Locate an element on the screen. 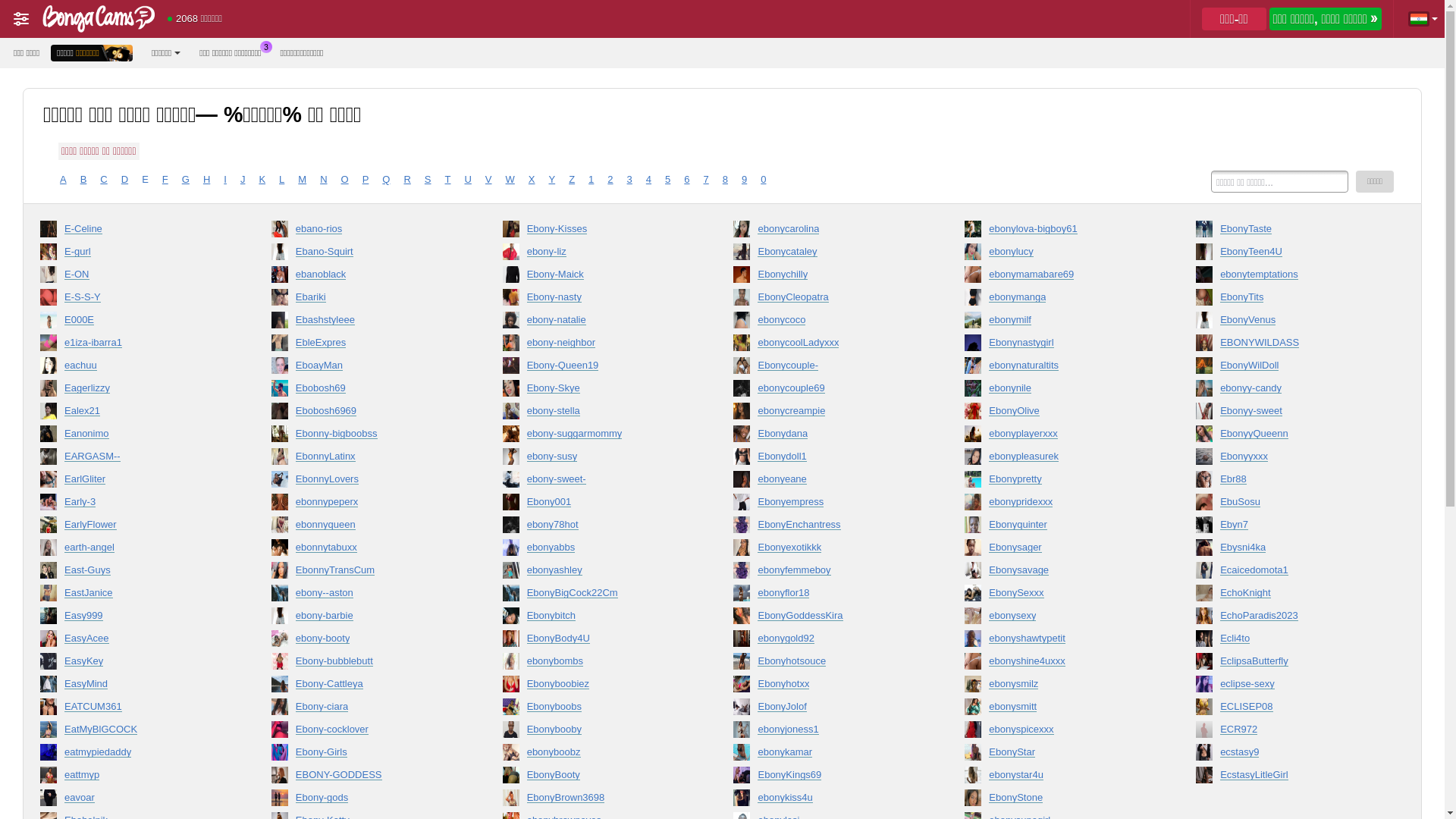  'ebanoblack' is located at coordinates (271, 278).